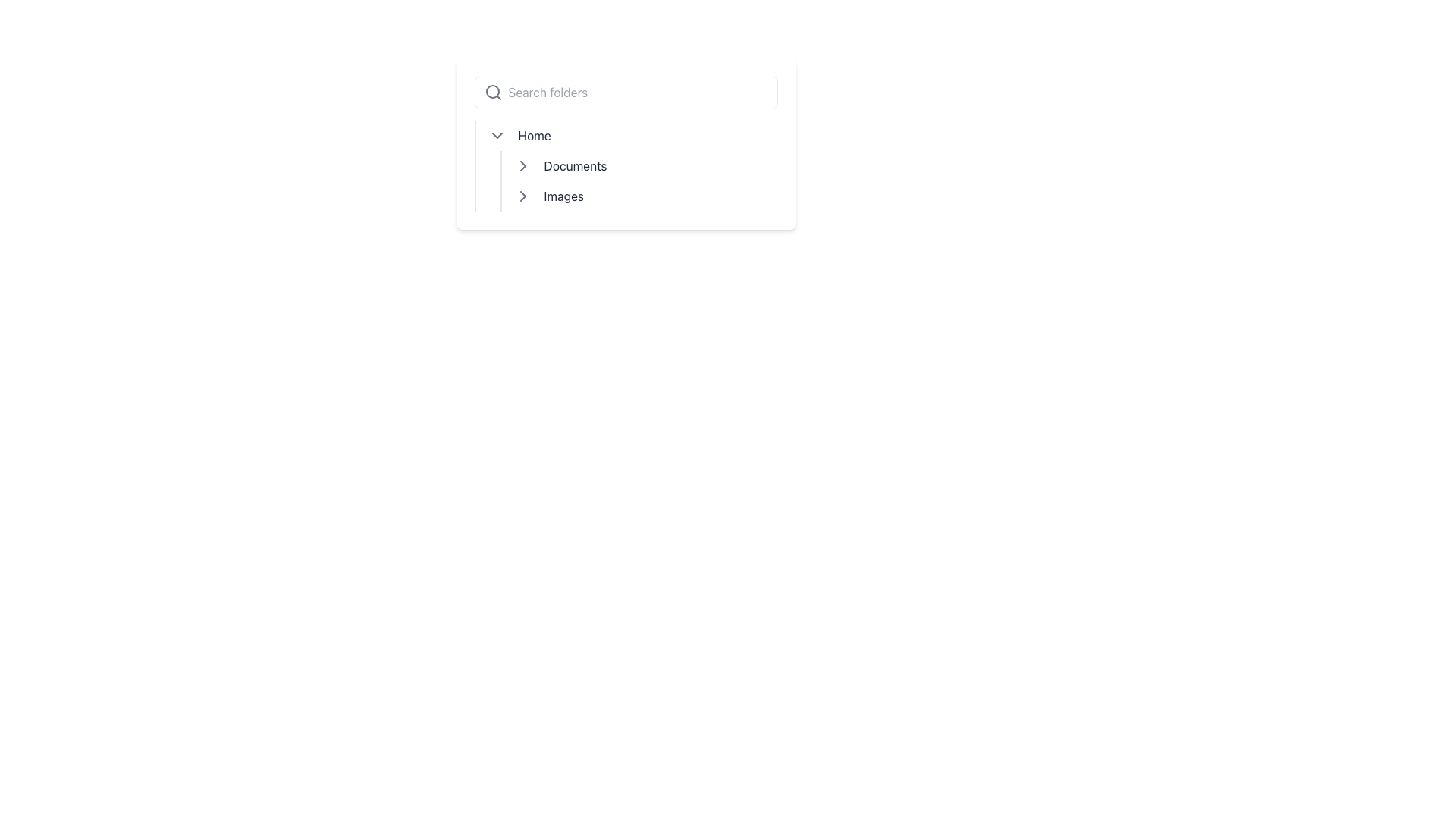  I want to click on the chevron icon next to the 'Documents' label, so click(522, 166).